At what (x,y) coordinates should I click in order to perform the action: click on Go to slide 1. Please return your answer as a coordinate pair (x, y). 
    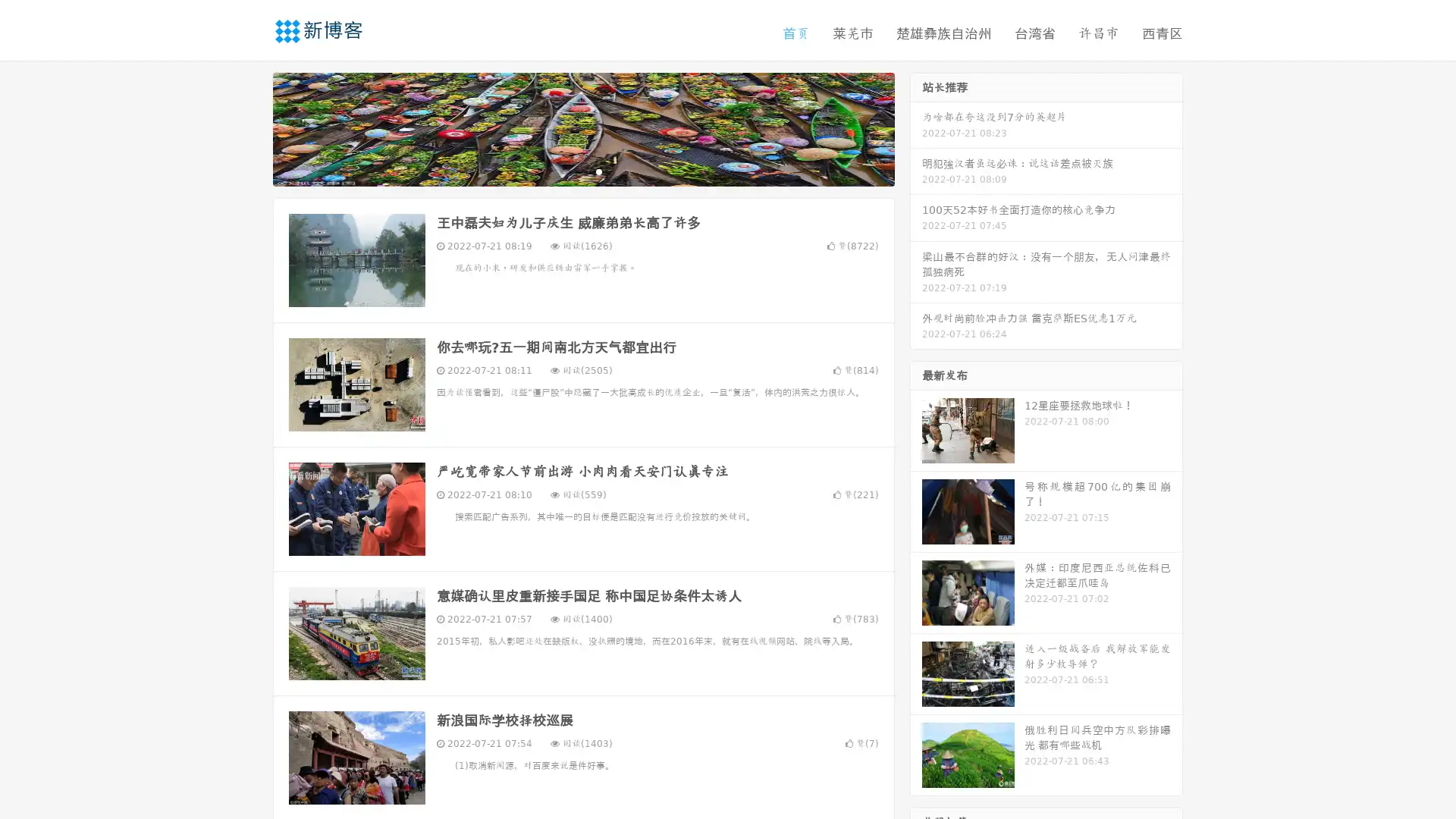
    Looking at the image, I should click on (567, 171).